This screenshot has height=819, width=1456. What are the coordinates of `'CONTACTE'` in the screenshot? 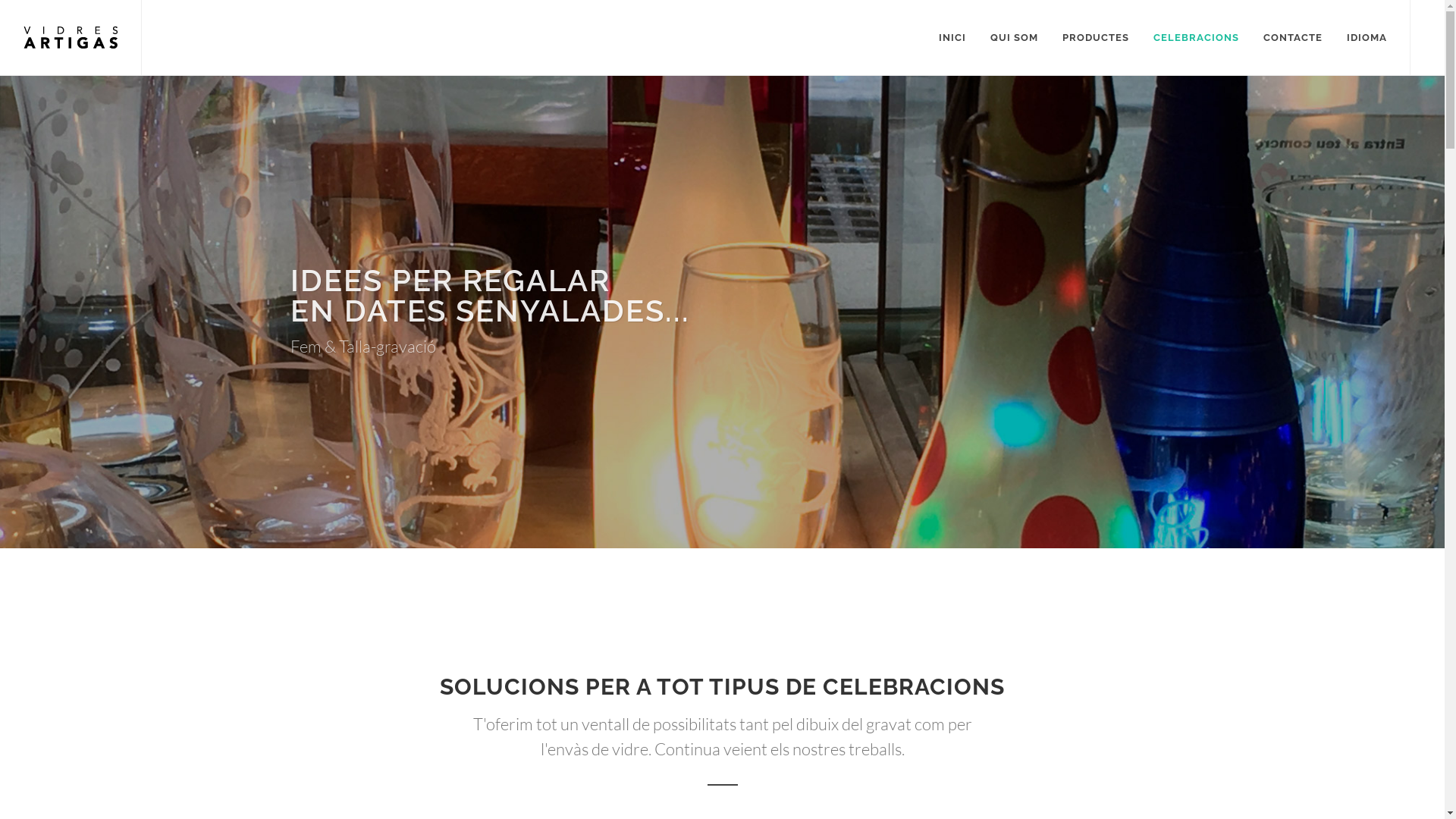 It's located at (1291, 37).